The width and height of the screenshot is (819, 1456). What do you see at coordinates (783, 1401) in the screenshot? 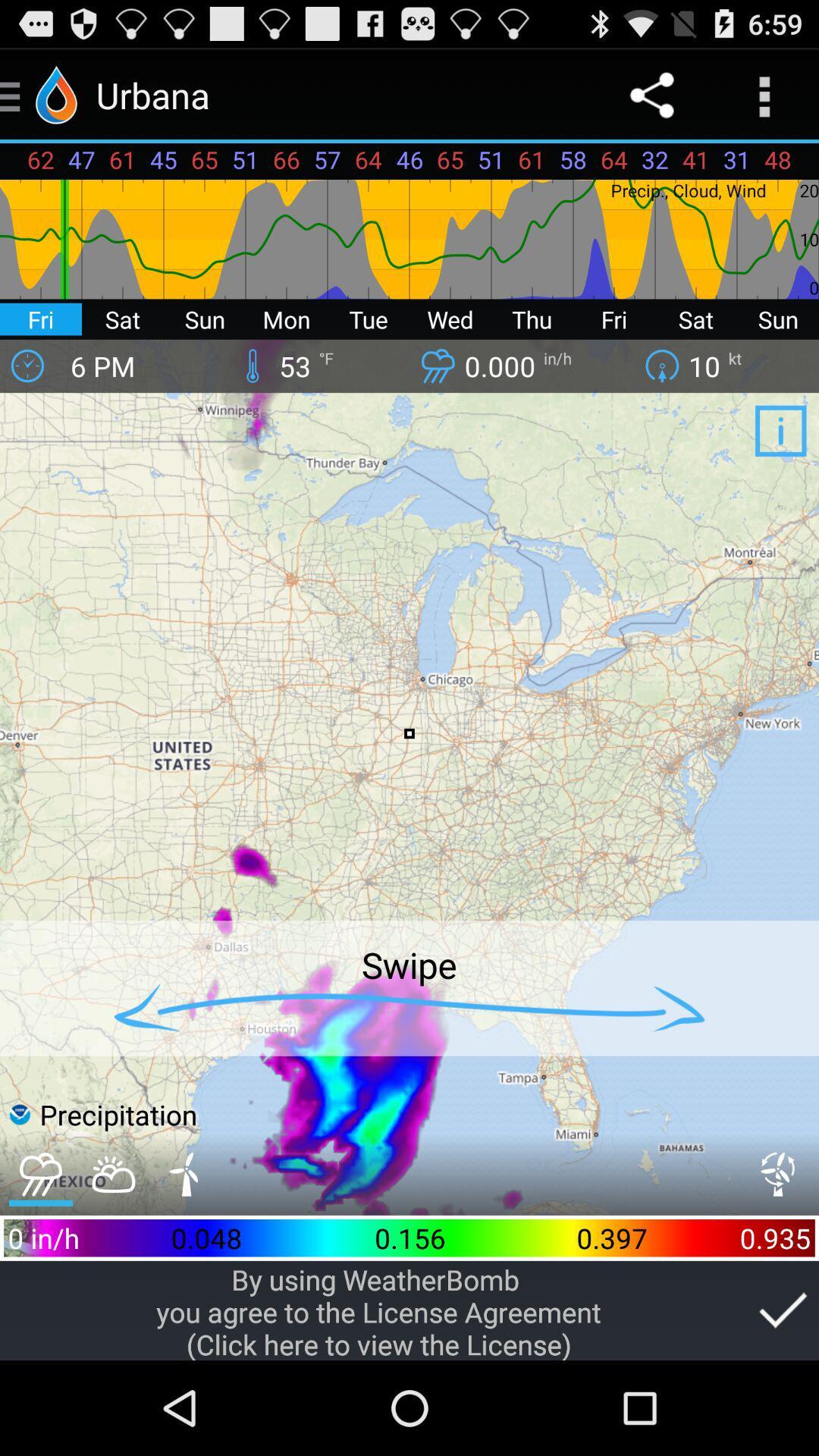
I see `the check icon` at bounding box center [783, 1401].